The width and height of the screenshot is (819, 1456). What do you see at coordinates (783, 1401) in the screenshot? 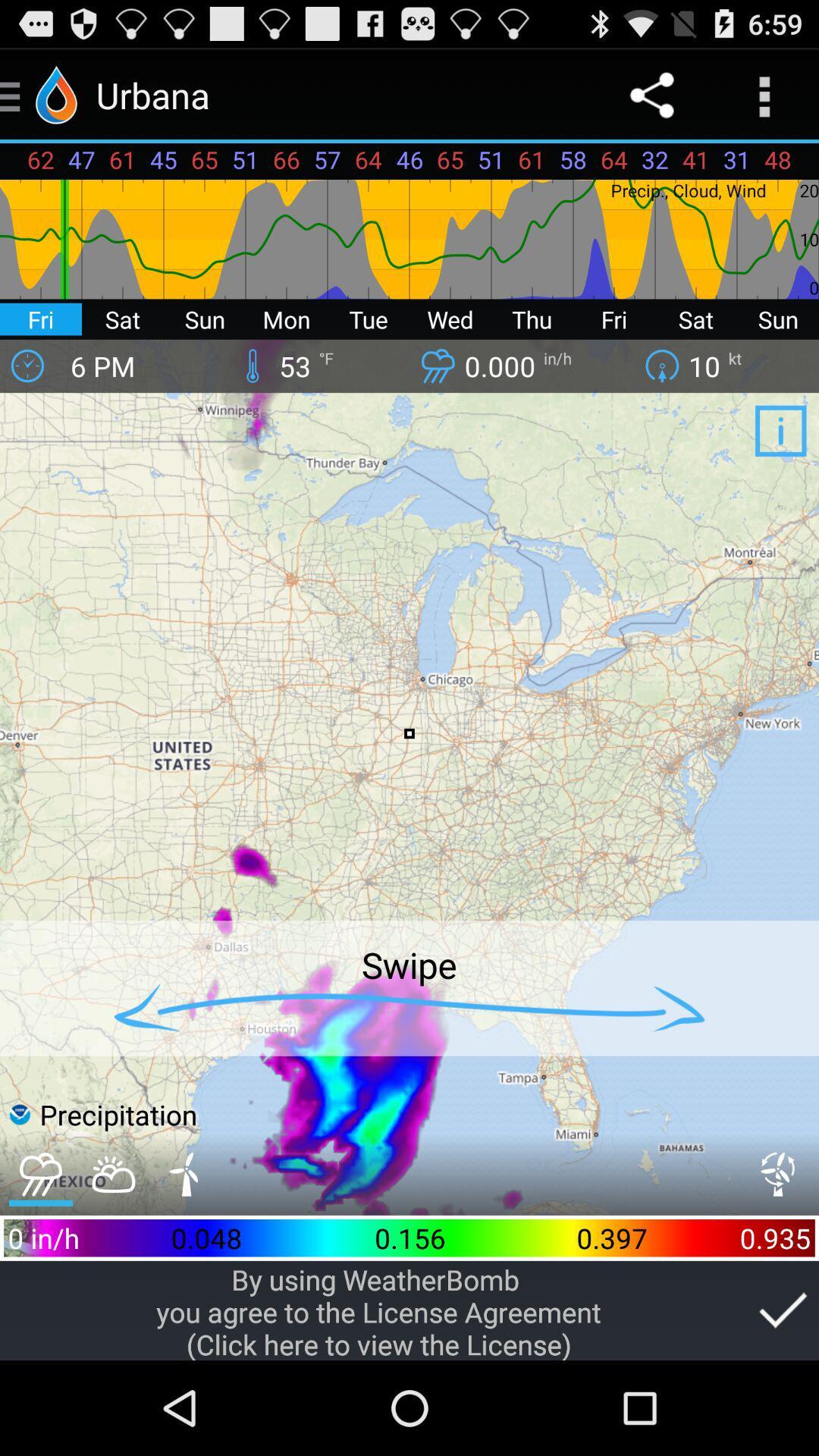
I see `the check icon` at bounding box center [783, 1401].